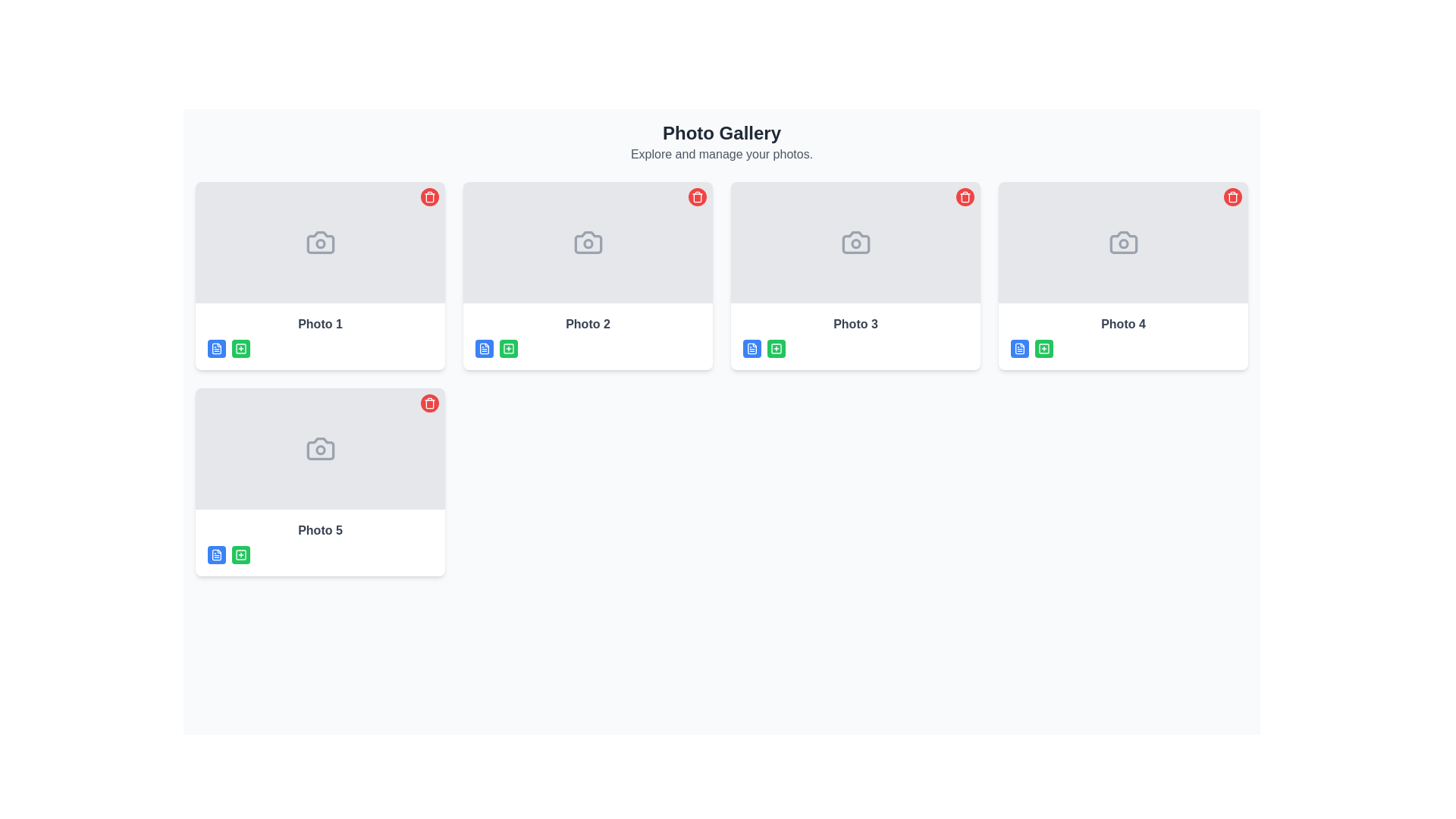  What do you see at coordinates (1019, 348) in the screenshot?
I see `the small blue button with a document icon located below 'Photo 4' for keyboard navigation` at bounding box center [1019, 348].